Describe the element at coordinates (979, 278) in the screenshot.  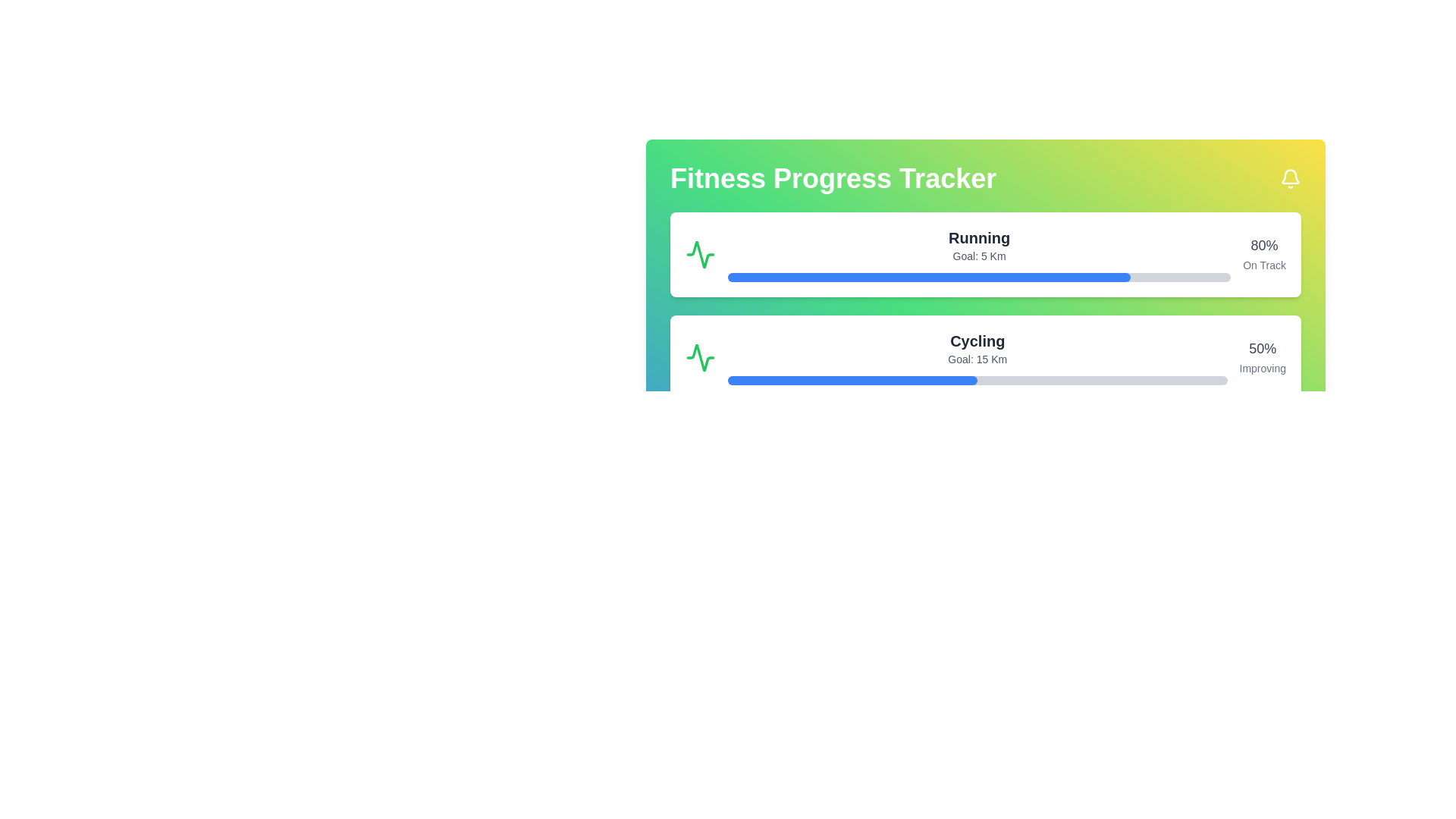
I see `the progress visually on the progress bar located at the bottom of the 'Running' section beneath the text 'Goal: 5 Km'` at that location.